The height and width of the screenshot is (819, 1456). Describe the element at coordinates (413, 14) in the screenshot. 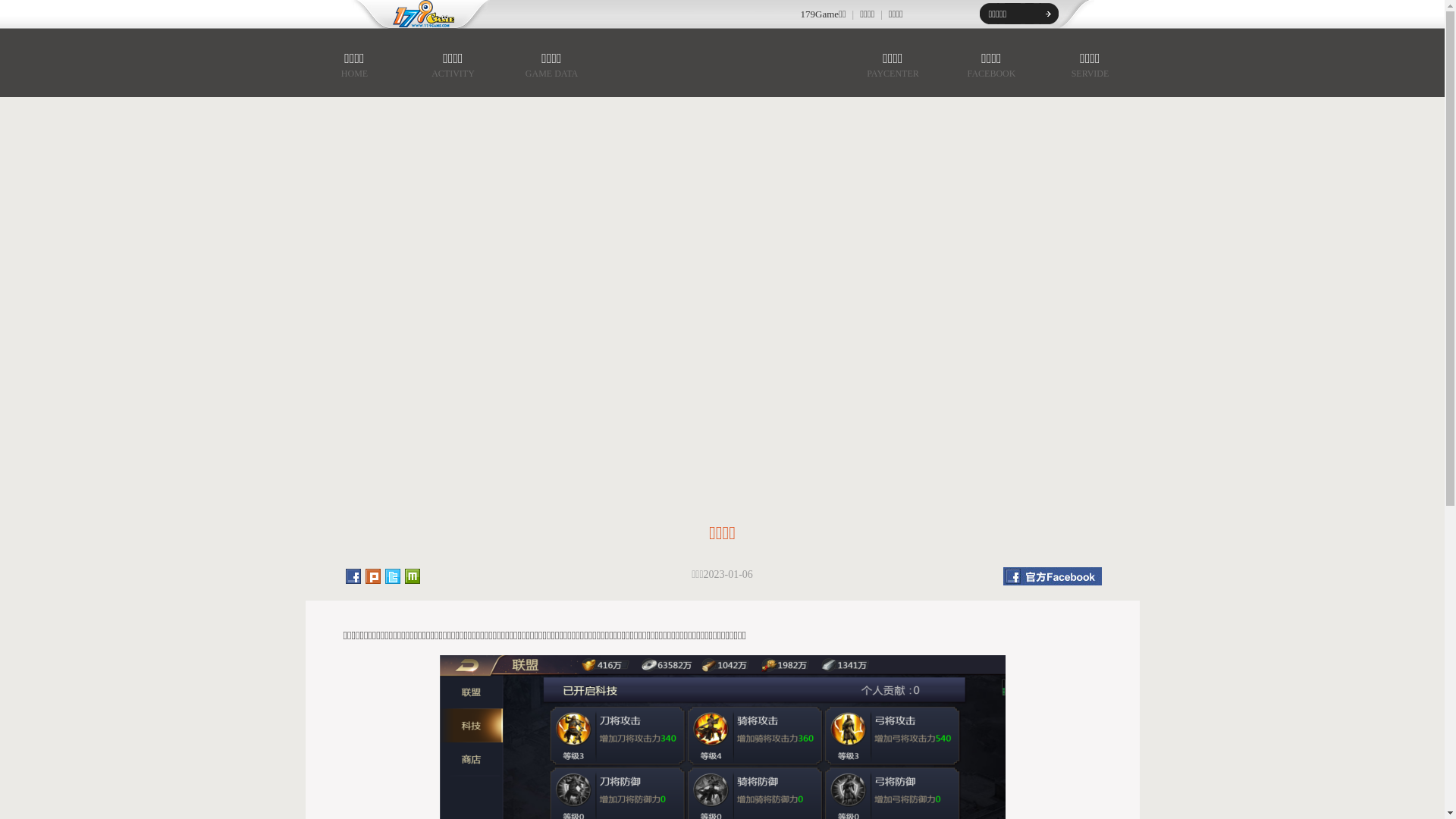

I see `'179game'` at that location.